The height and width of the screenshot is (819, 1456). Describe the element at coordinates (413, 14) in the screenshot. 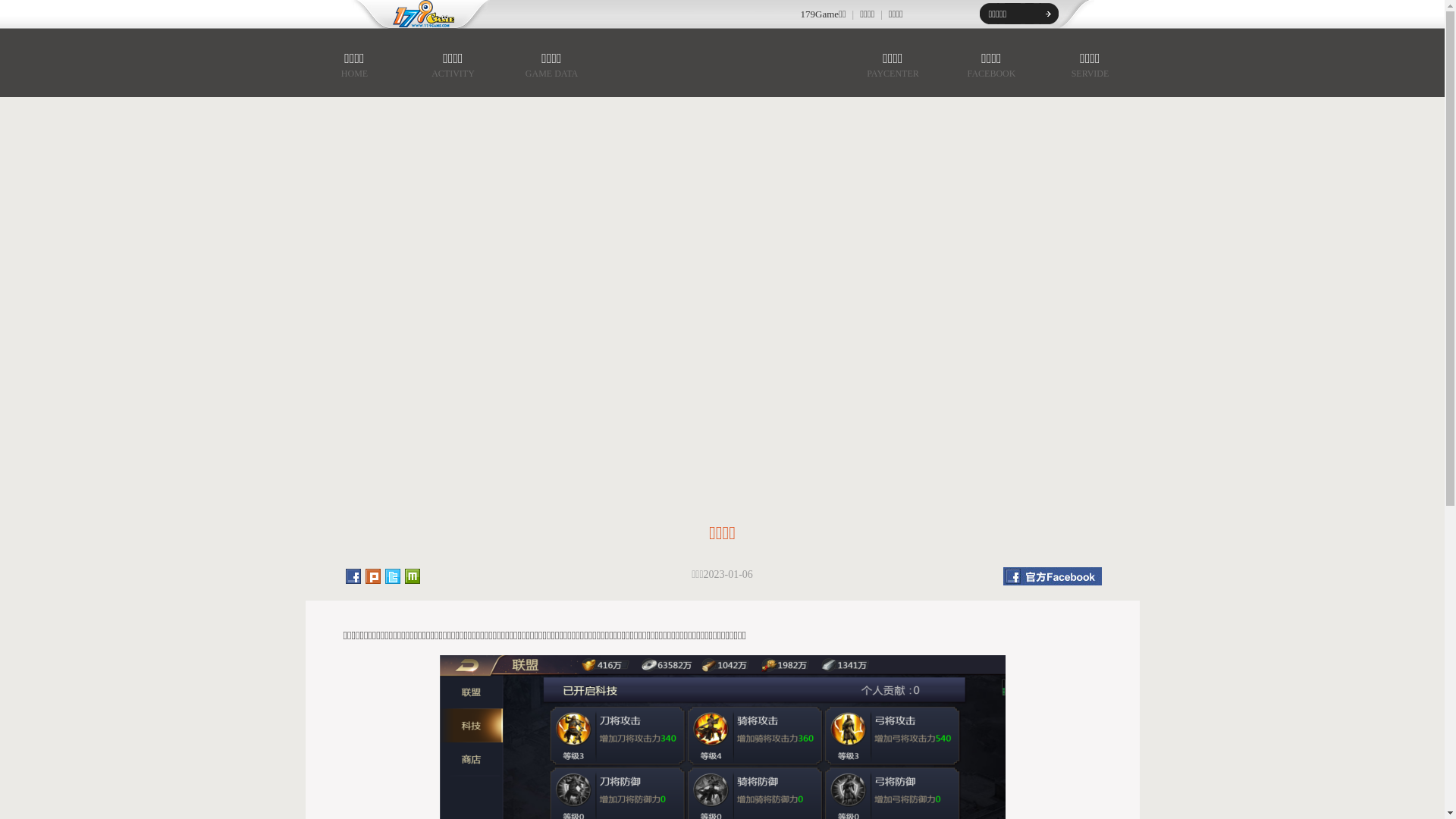

I see `'179game'` at that location.